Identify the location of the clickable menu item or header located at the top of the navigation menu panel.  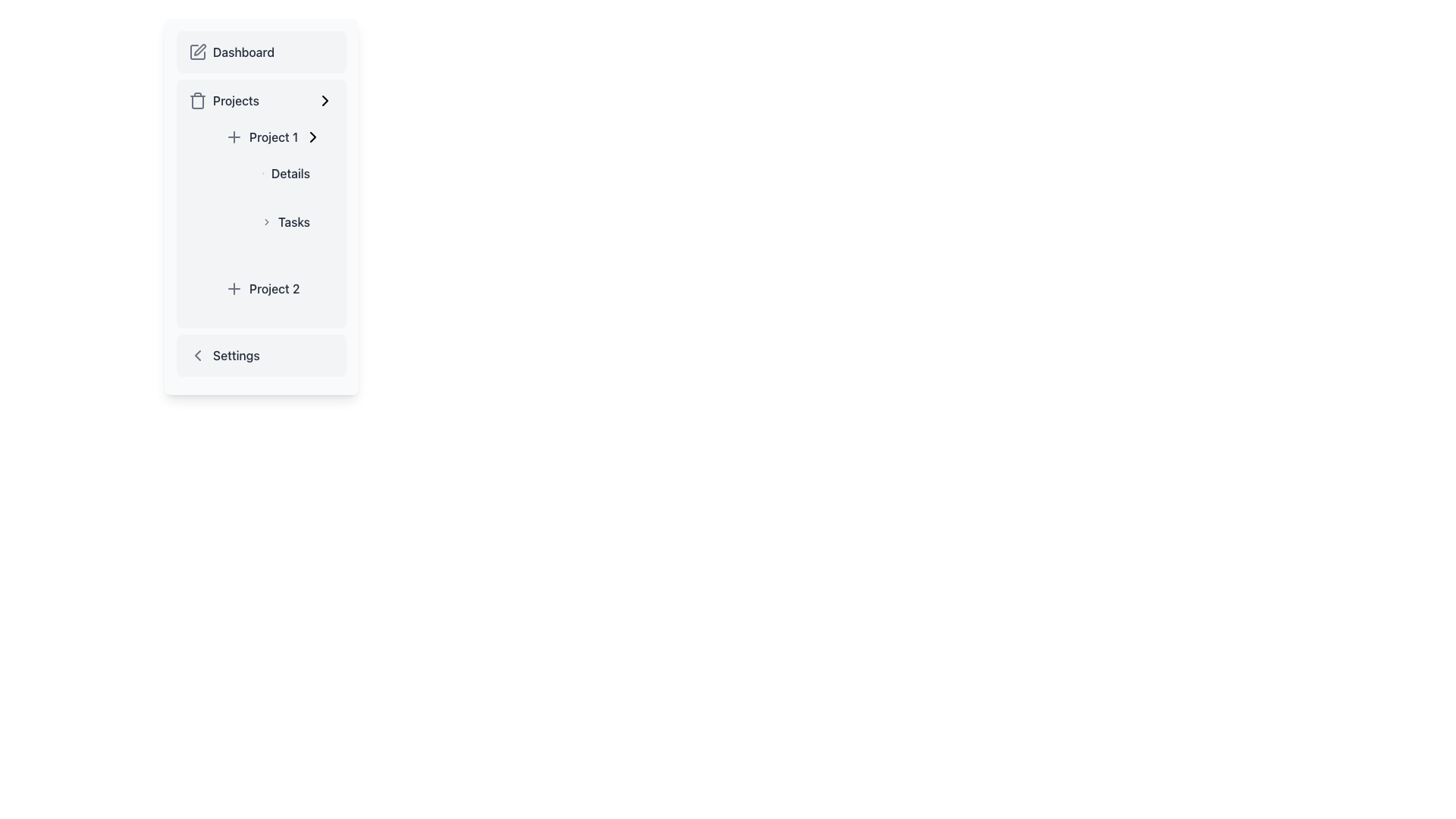
(262, 52).